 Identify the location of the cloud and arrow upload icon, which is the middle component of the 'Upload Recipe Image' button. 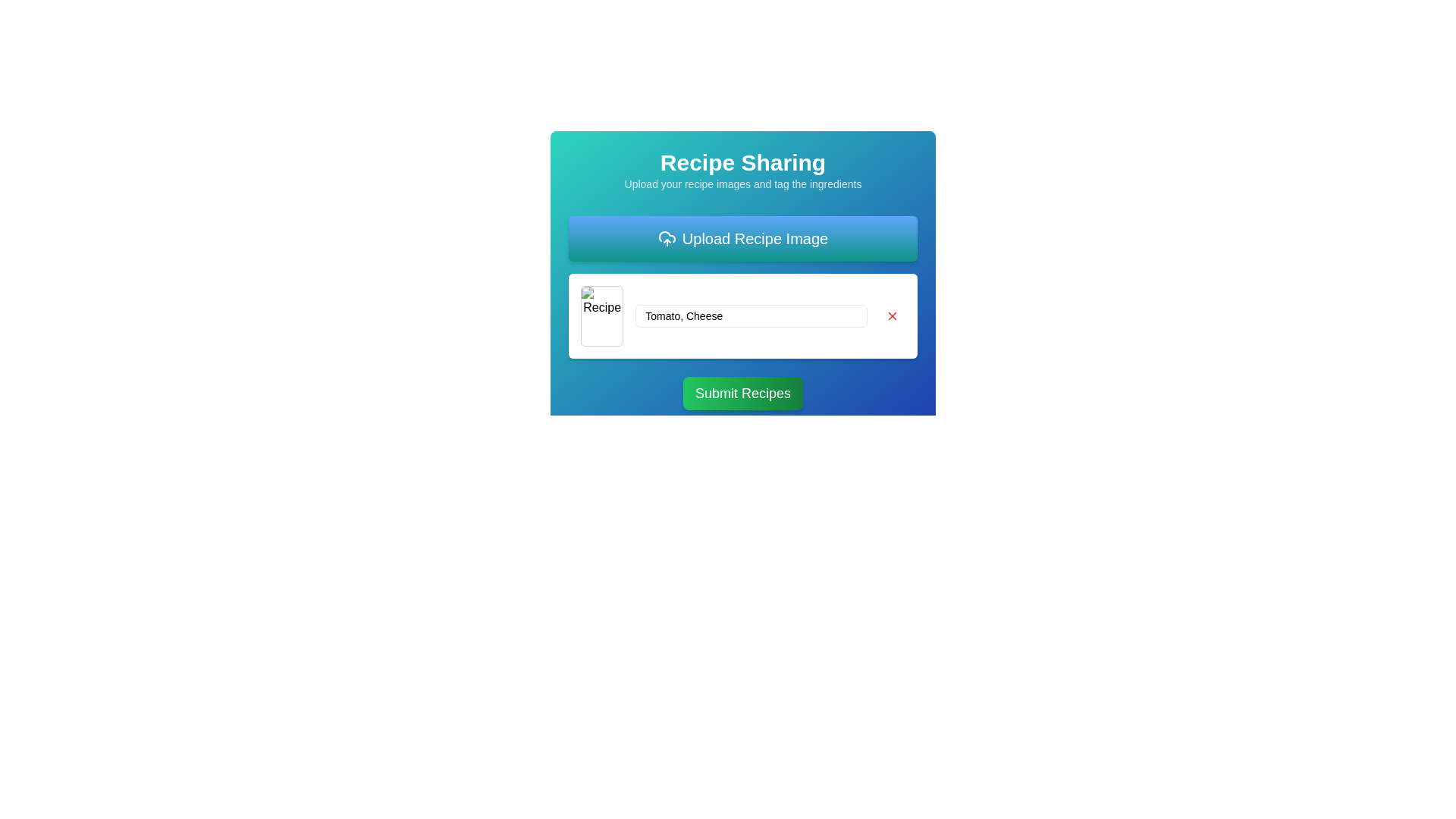
(667, 237).